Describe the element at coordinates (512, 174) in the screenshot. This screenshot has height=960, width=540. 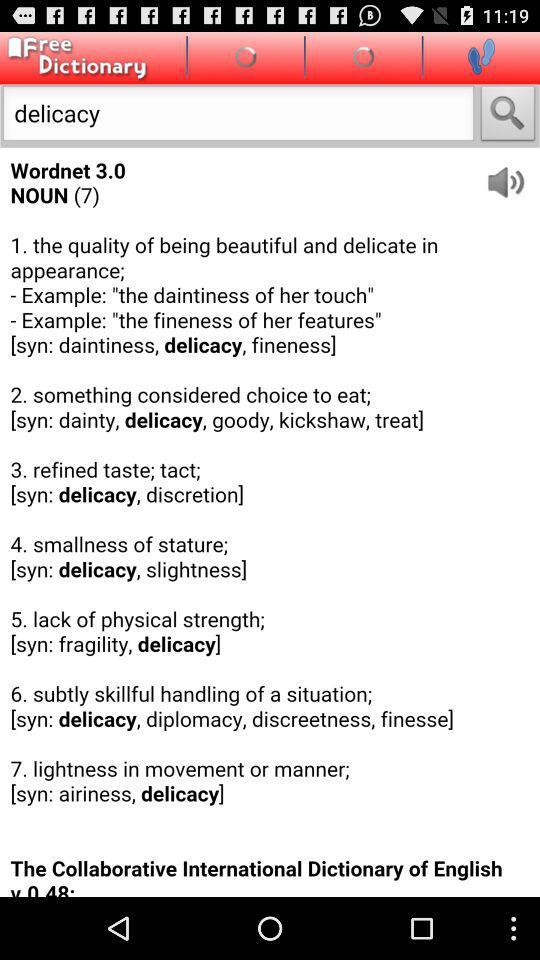
I see `hear word spoken` at that location.